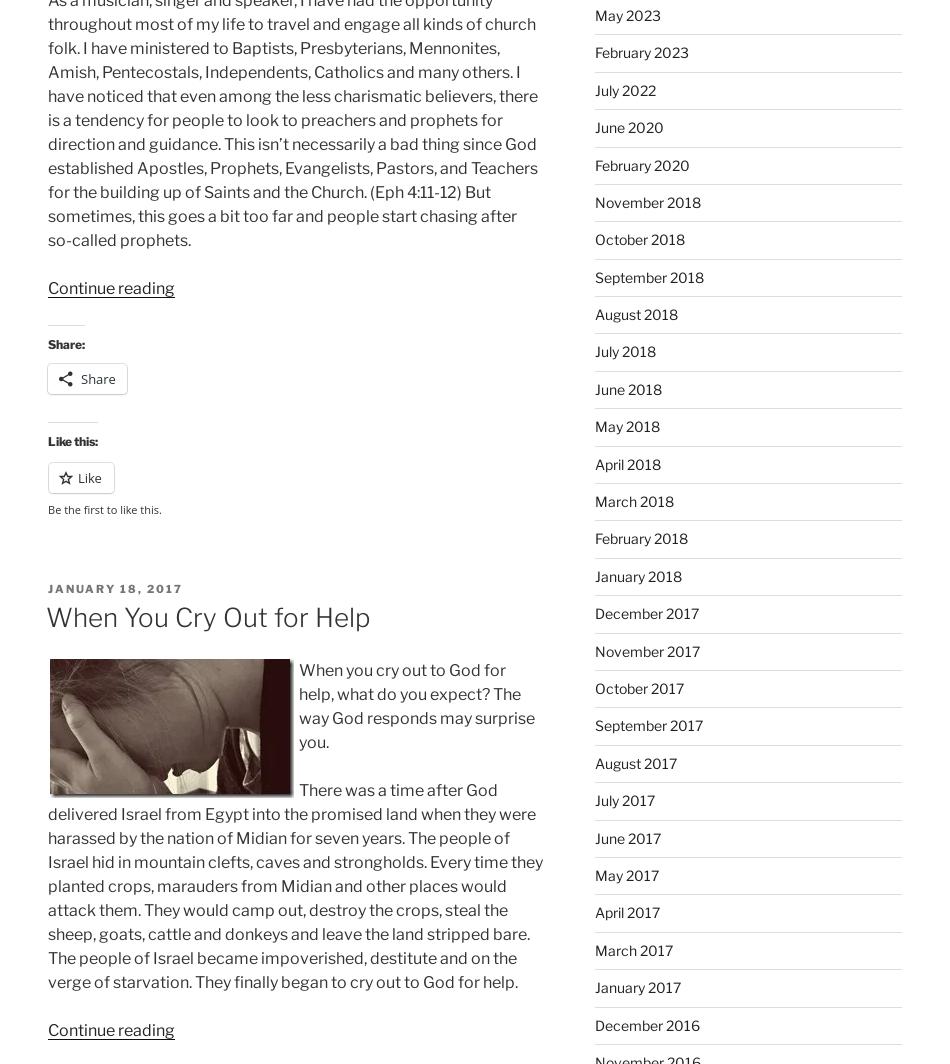 The width and height of the screenshot is (950, 1064). Describe the element at coordinates (627, 14) in the screenshot. I see `'May 2023'` at that location.